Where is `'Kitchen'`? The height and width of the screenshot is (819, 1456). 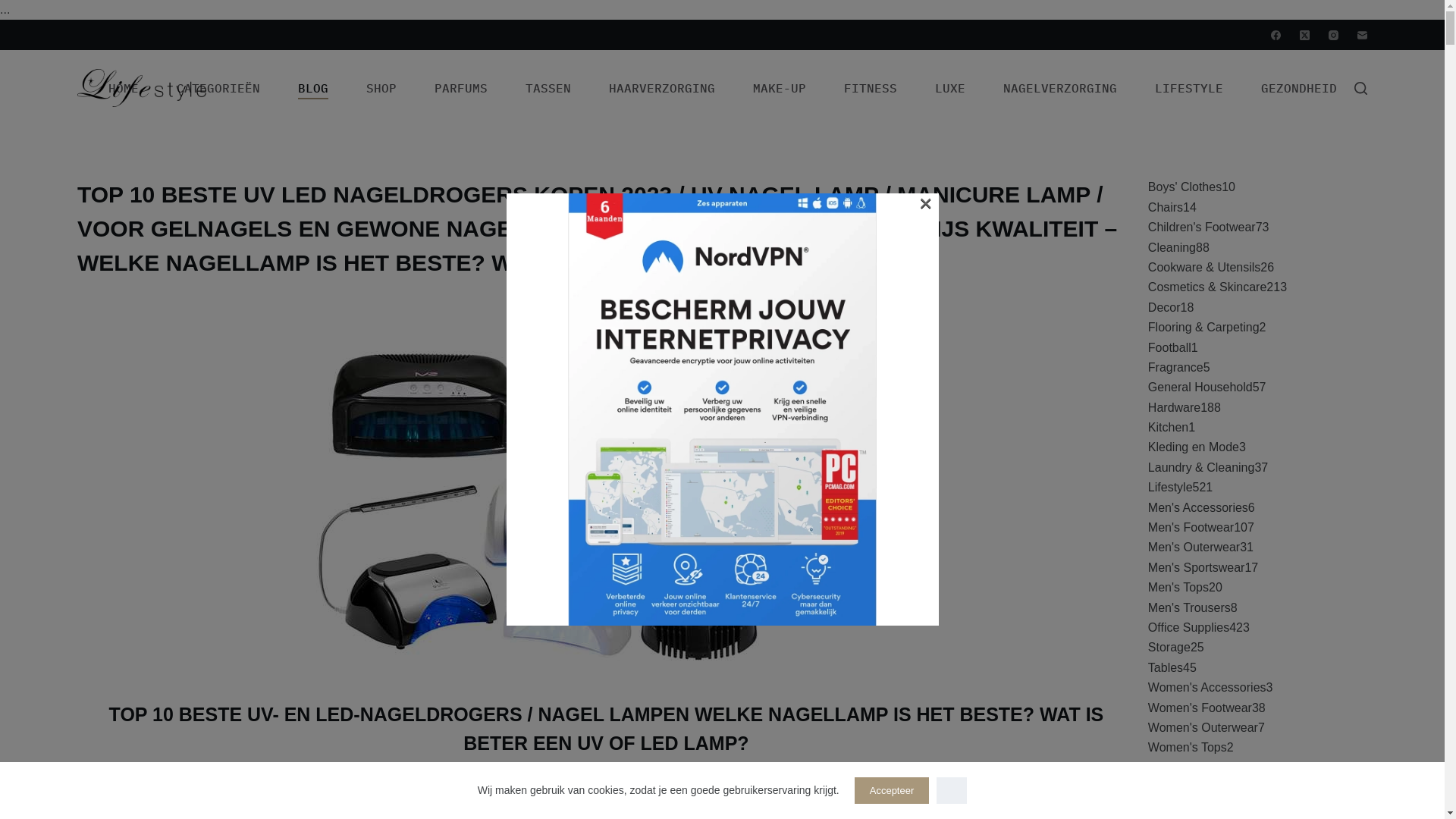
'Kitchen' is located at coordinates (1167, 427).